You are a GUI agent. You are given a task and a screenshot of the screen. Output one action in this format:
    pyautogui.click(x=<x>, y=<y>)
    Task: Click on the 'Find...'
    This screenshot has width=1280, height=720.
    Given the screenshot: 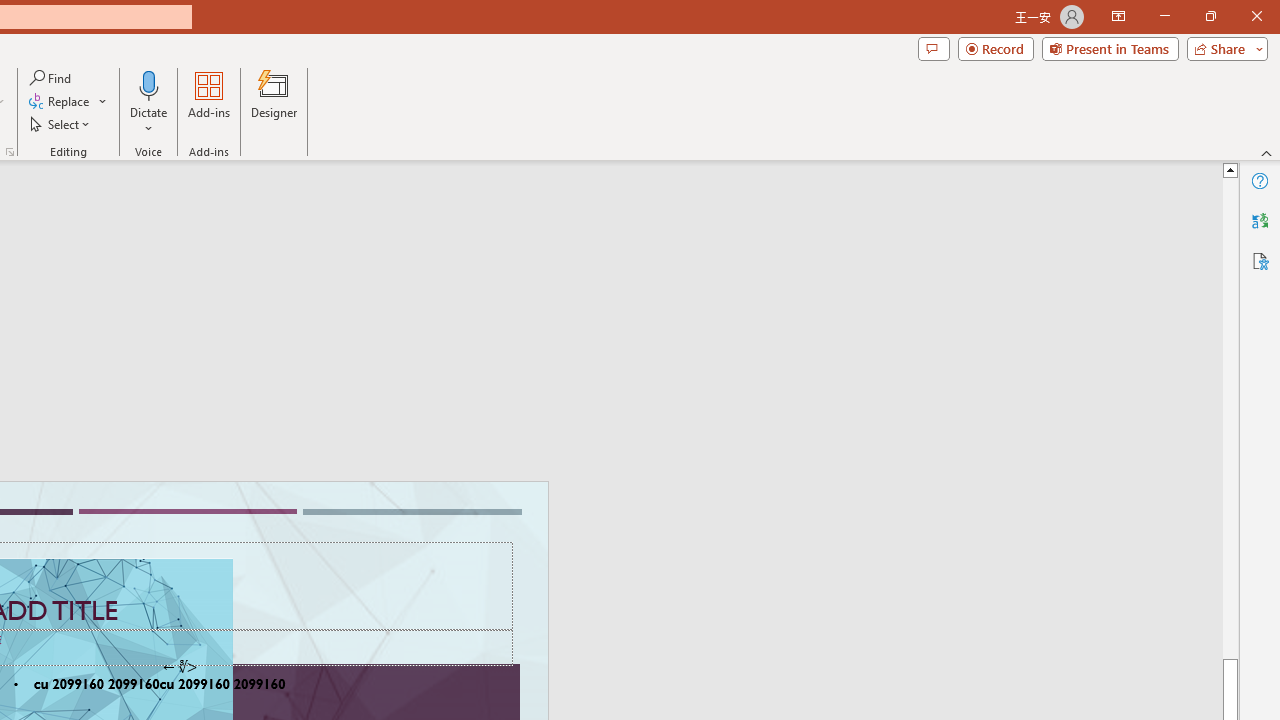 What is the action you would take?
    pyautogui.click(x=51, y=77)
    